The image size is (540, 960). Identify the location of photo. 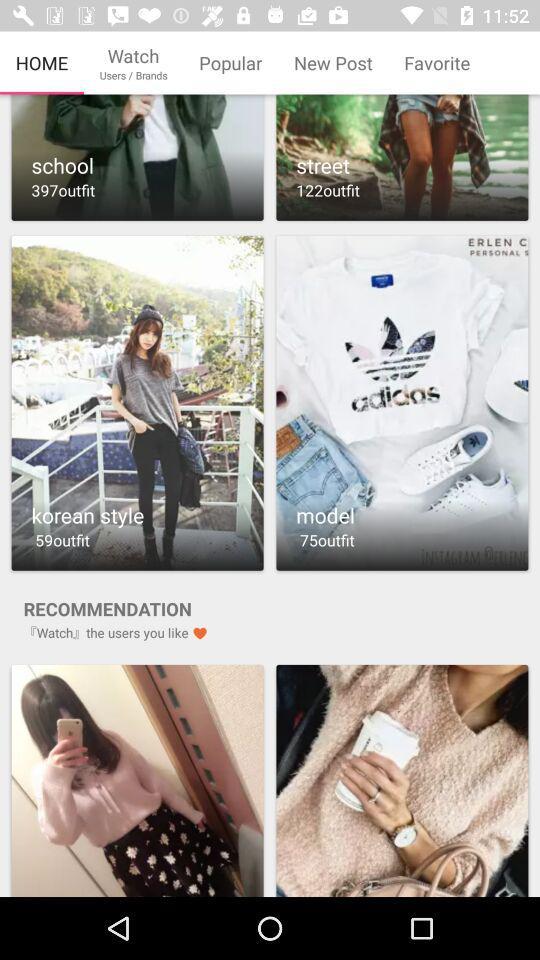
(136, 779).